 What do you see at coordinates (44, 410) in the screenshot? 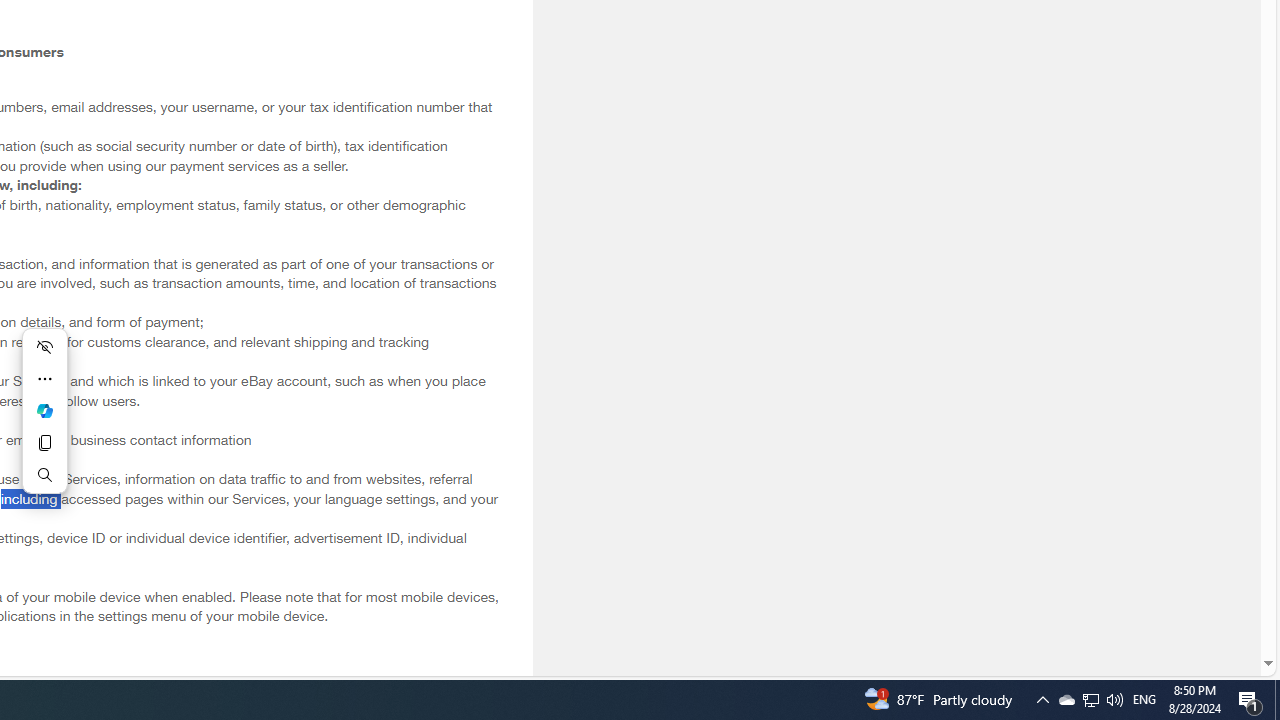
I see `'Ask Copilot'` at bounding box center [44, 410].